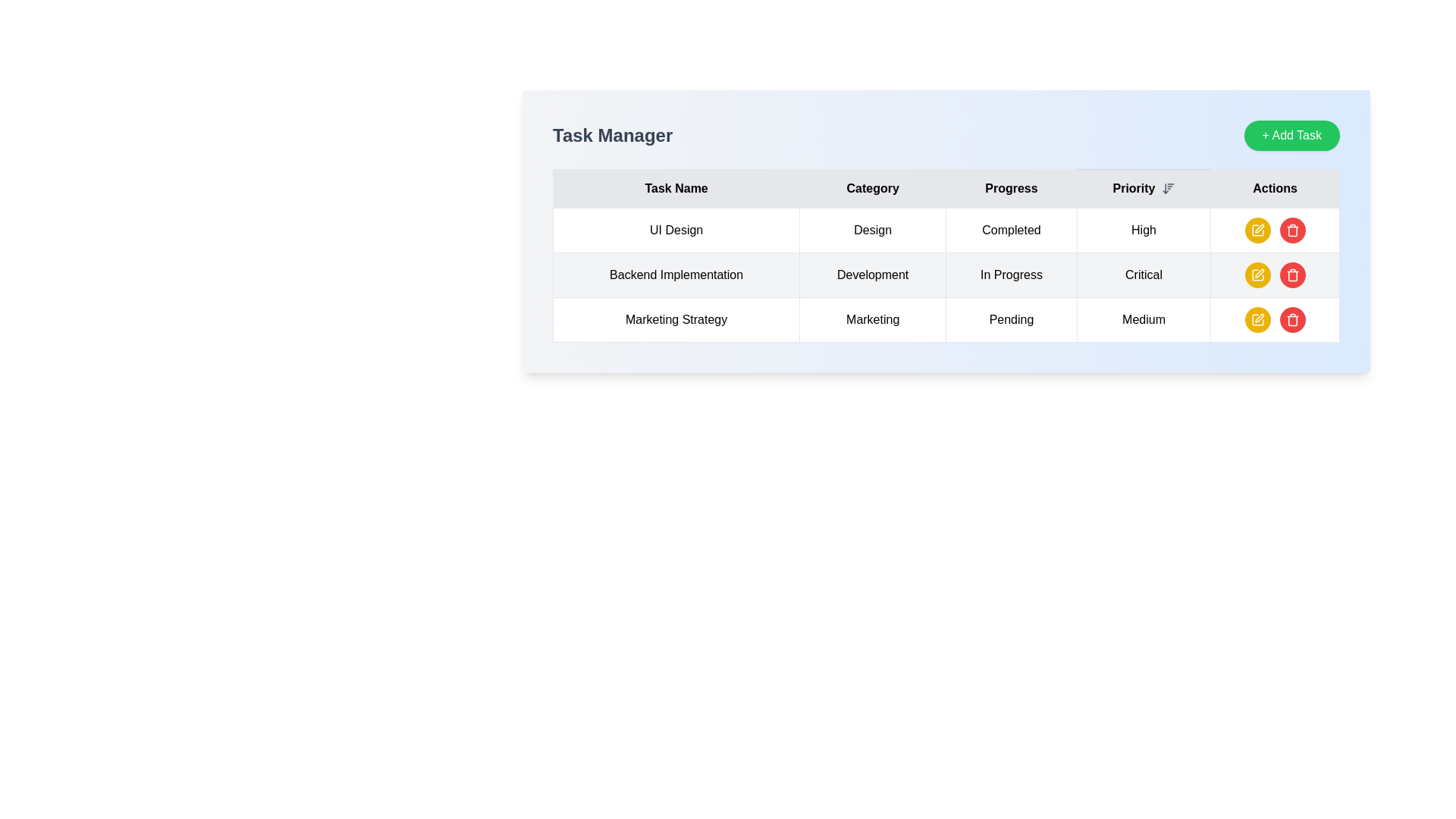  I want to click on the text display element that shows the task name 'Backend Implementation' located in the first column of the first row of the table, so click(676, 275).